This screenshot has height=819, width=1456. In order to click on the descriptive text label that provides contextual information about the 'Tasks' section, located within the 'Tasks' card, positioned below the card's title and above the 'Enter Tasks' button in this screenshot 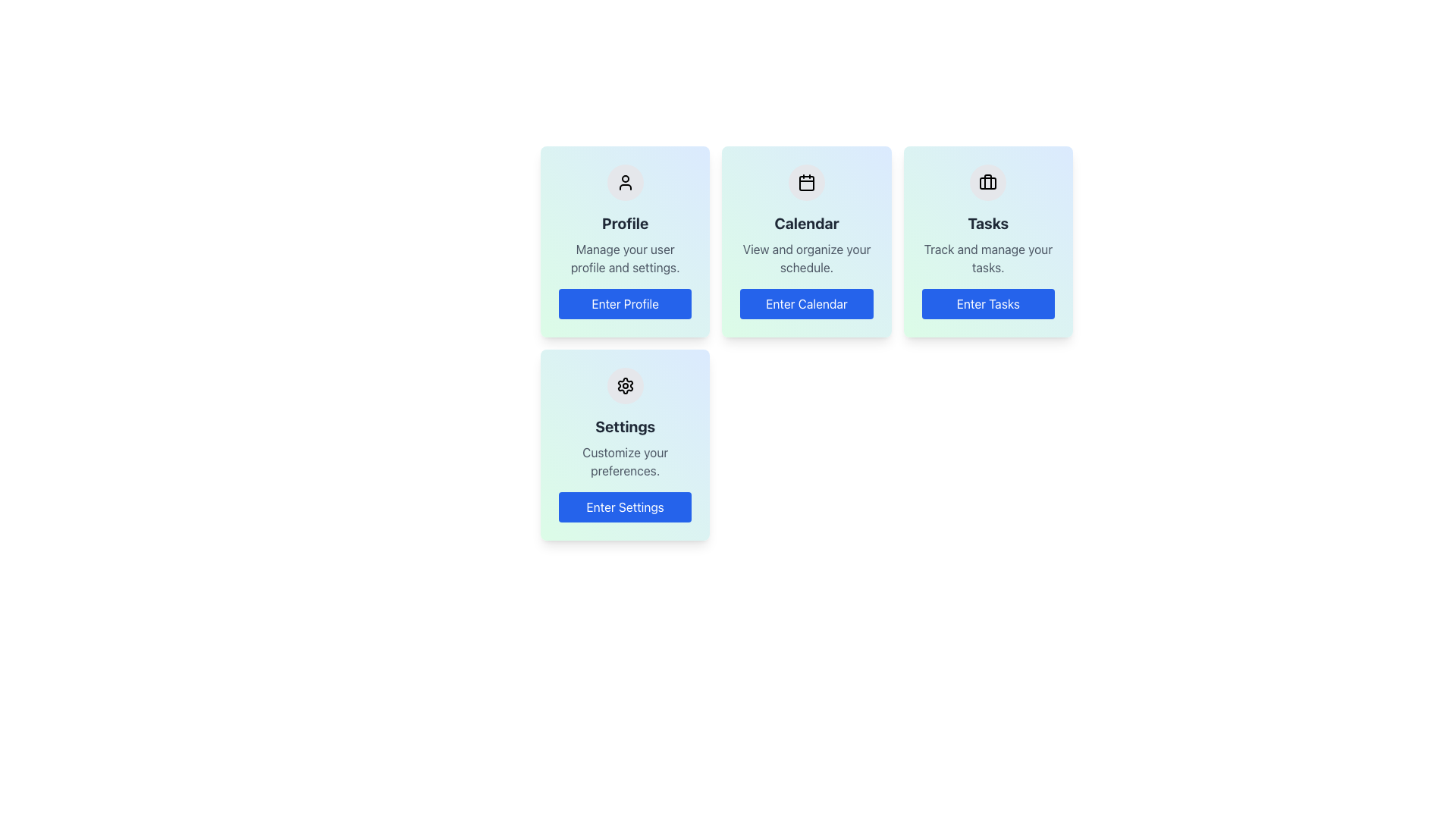, I will do `click(988, 257)`.